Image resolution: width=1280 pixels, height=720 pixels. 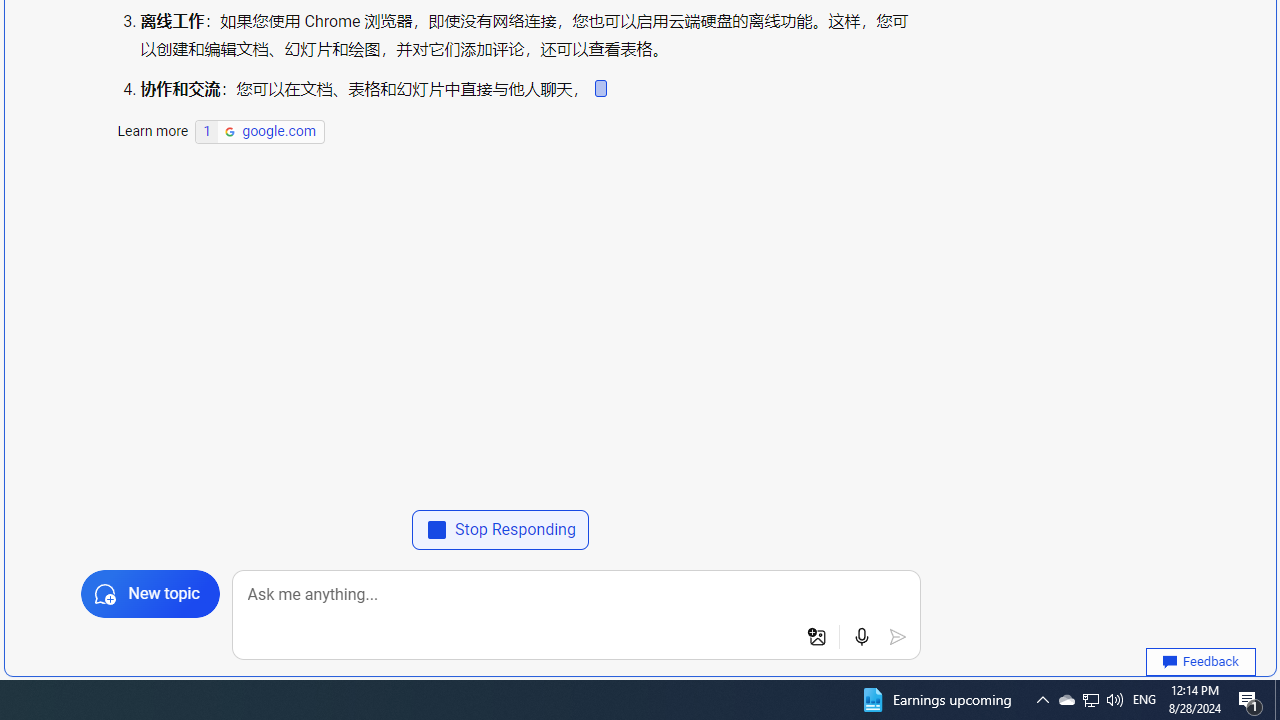 What do you see at coordinates (896, 637) in the screenshot?
I see `'Submit'` at bounding box center [896, 637].